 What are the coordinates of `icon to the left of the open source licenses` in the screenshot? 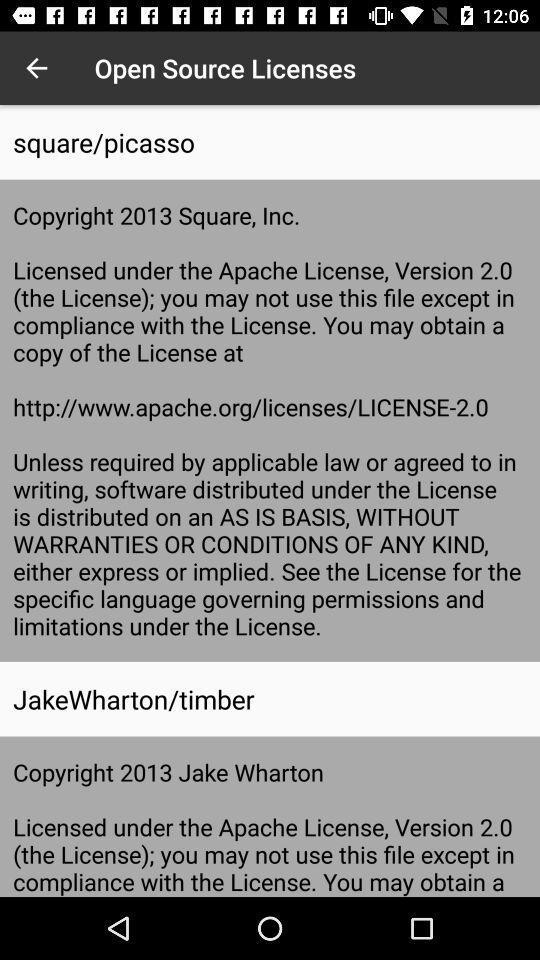 It's located at (36, 68).